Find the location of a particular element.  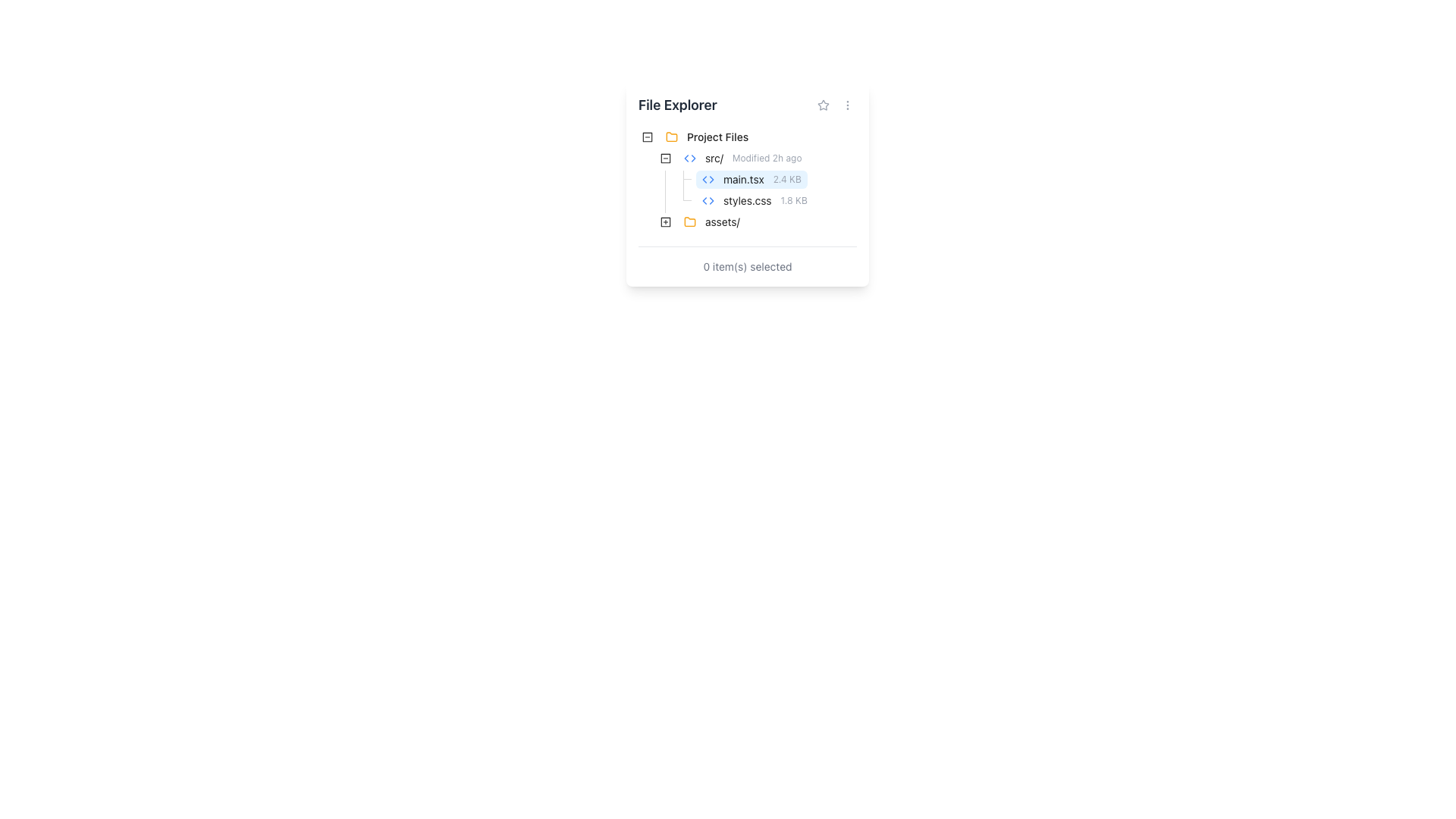

the 'Project Files' text label is located at coordinates (717, 137).